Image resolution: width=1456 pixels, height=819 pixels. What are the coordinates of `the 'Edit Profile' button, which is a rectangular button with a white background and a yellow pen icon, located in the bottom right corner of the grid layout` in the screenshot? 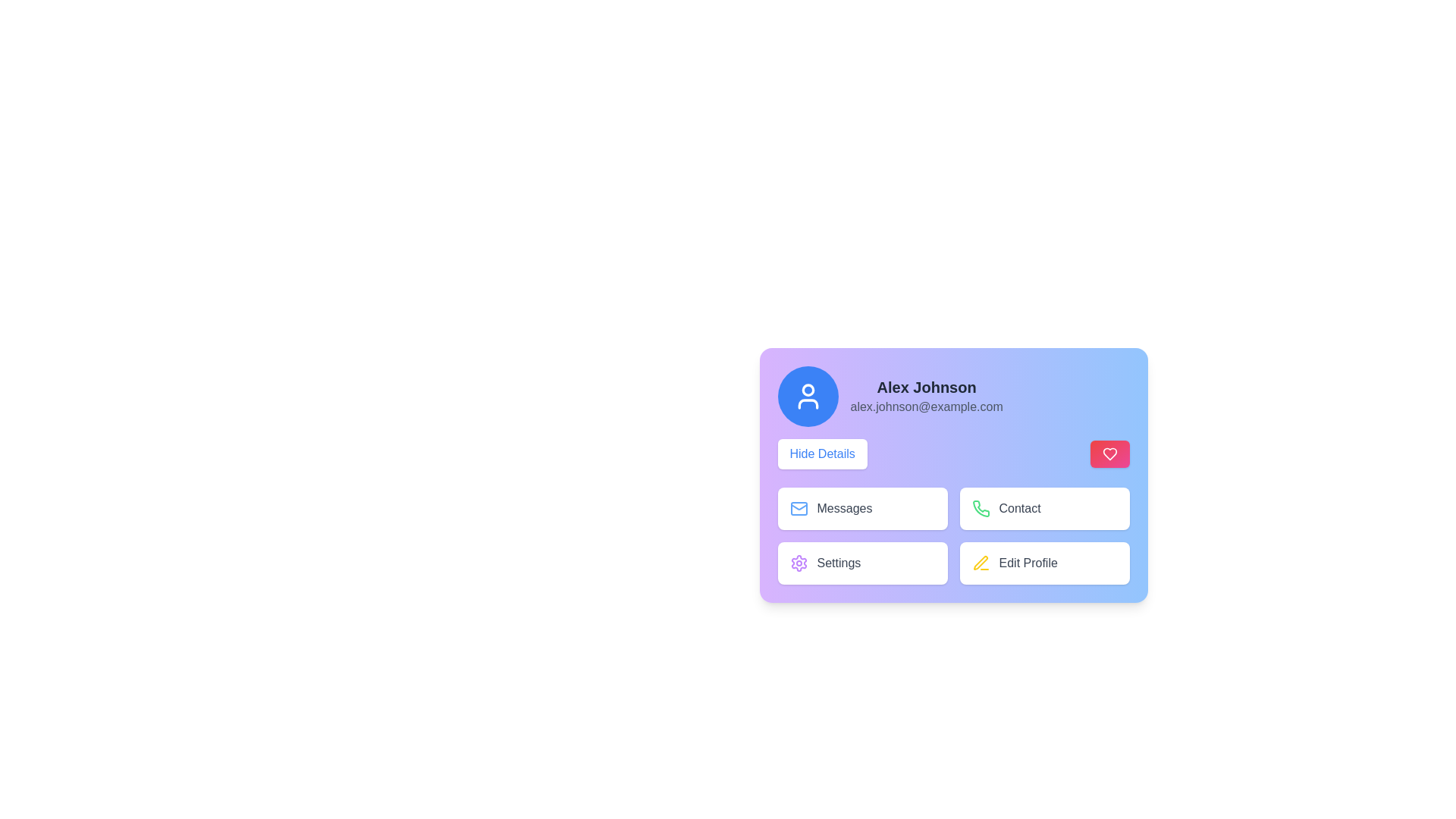 It's located at (1043, 563).